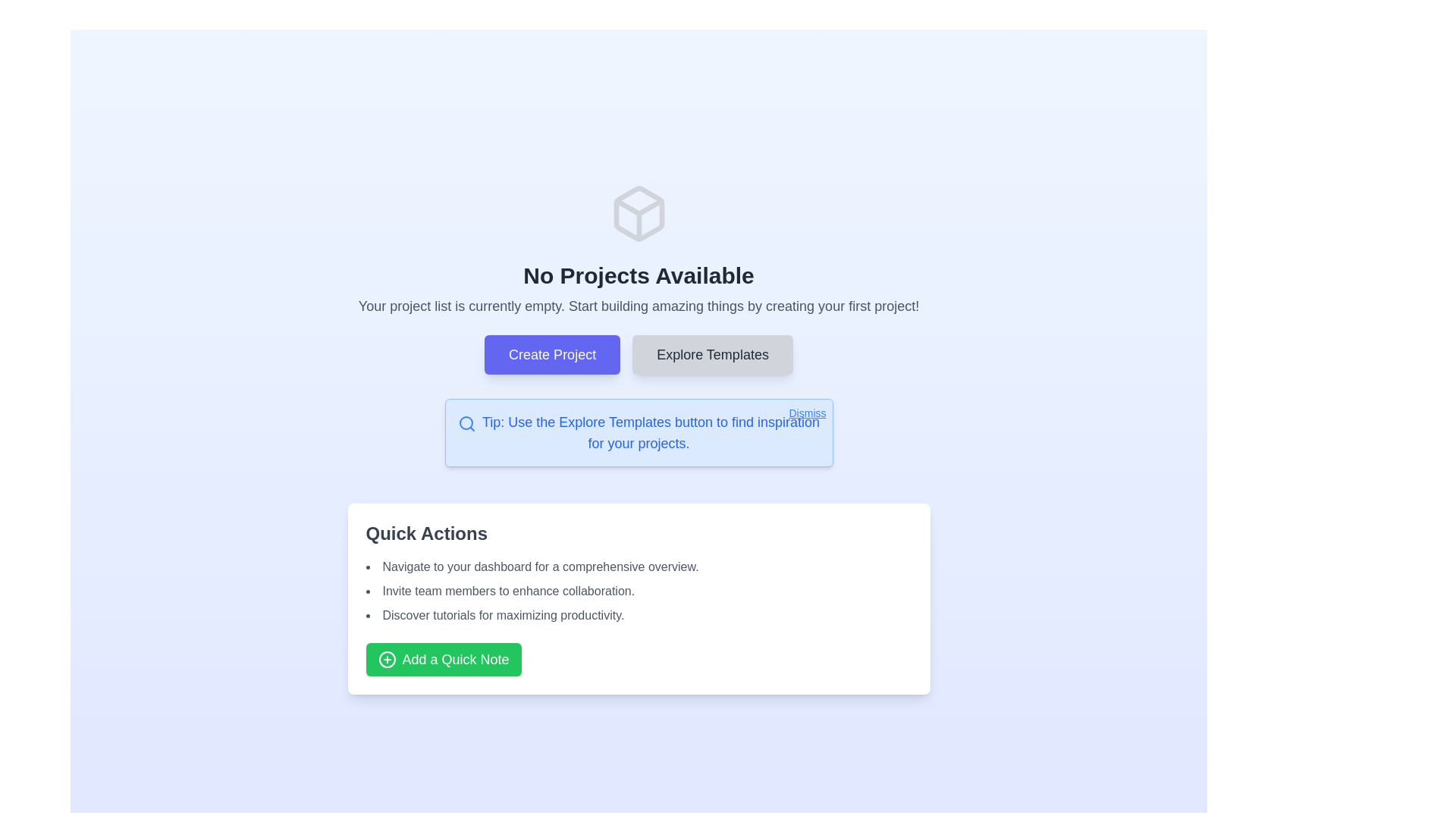 Image resolution: width=1456 pixels, height=819 pixels. I want to click on the decorative graphical icon located at the top-center of the page above the title text 'No Projects Available', so click(639, 213).